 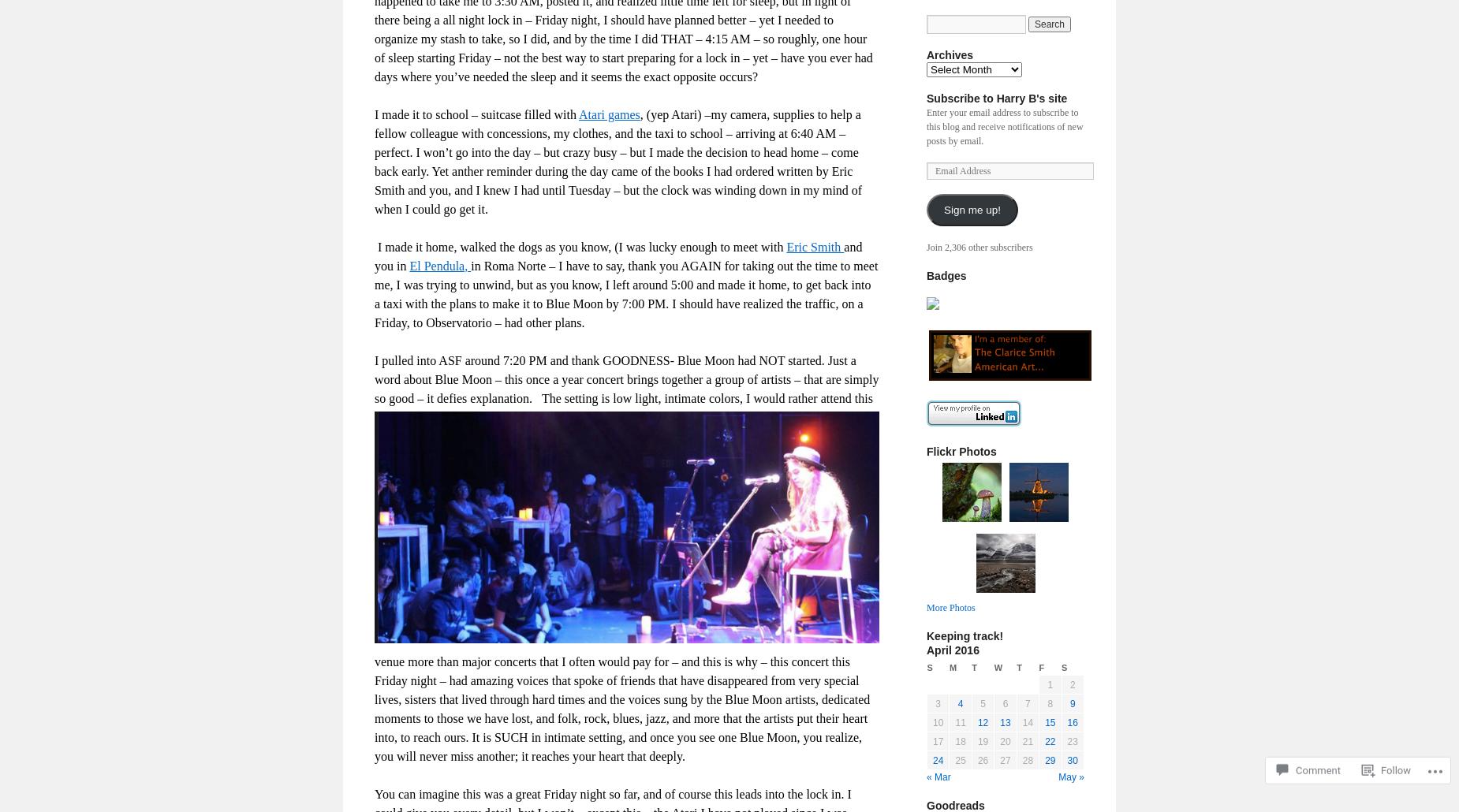 I want to click on '« Mar', so click(x=925, y=777).